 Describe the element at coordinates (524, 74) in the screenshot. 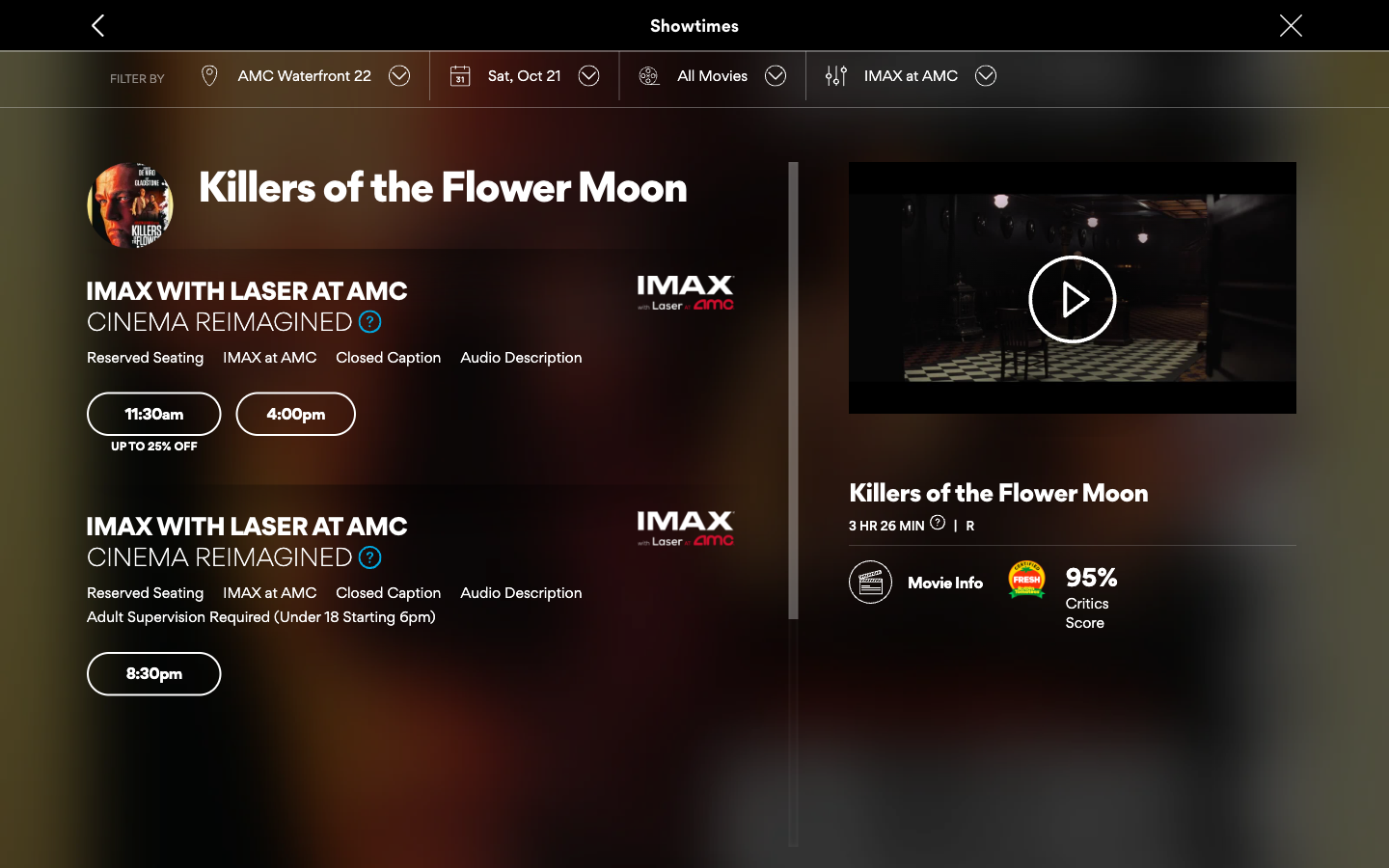

I see `Update the calendar with a new date` at that location.